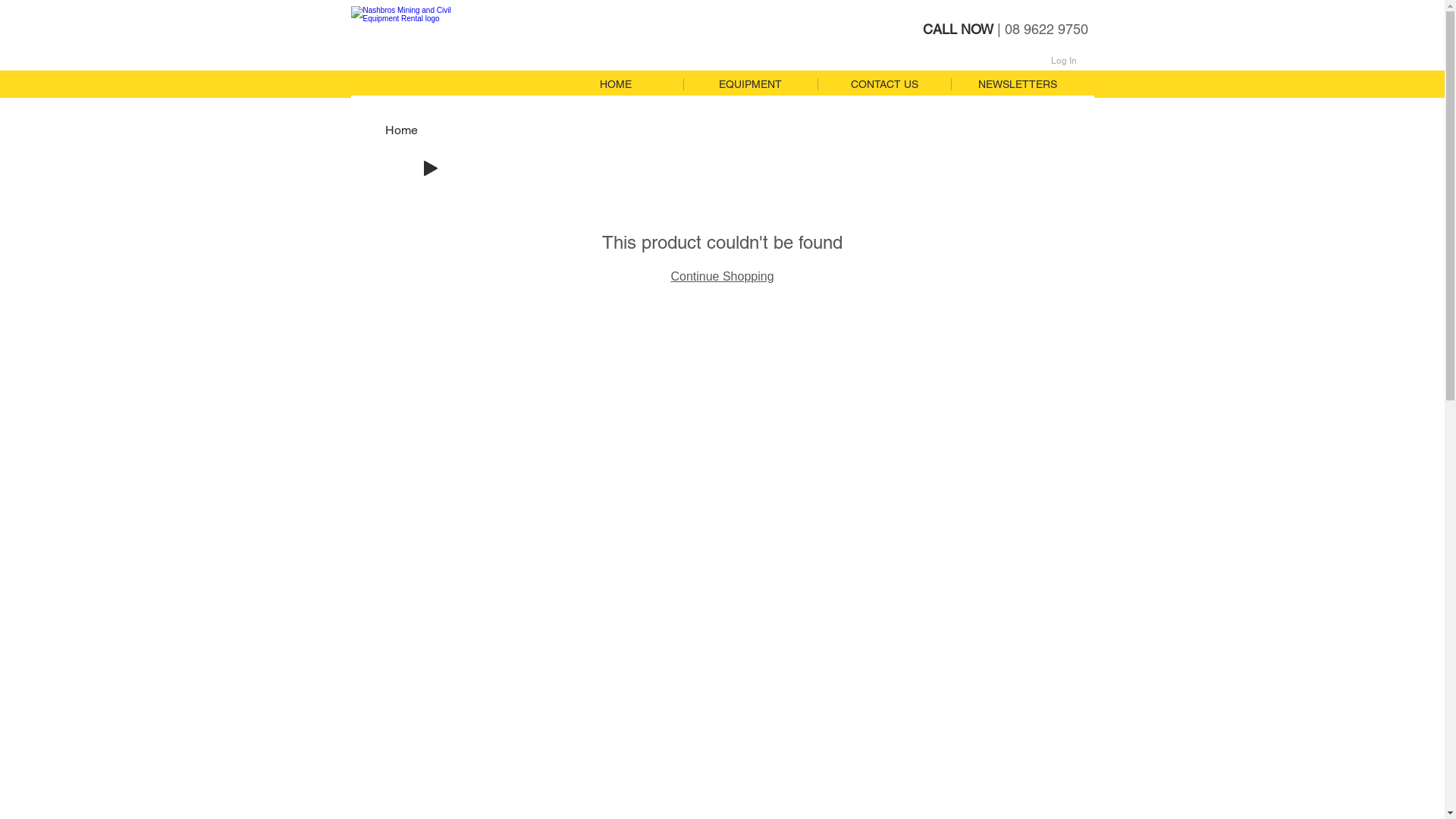 This screenshot has height=819, width=1456. Describe the element at coordinates (720, 276) in the screenshot. I see `'Continue Shopping'` at that location.